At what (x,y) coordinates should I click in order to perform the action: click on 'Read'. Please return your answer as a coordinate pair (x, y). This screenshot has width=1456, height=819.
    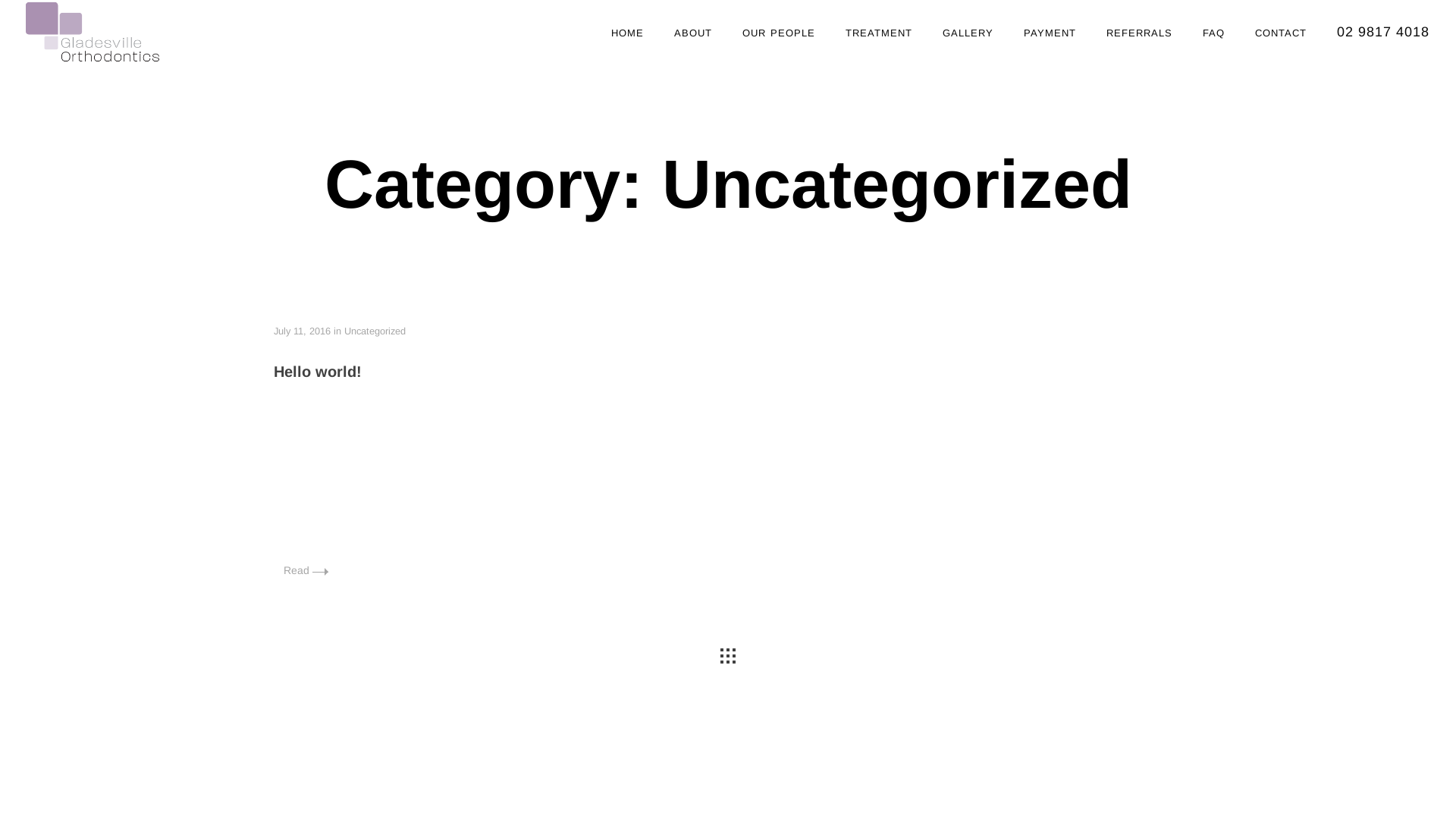
    Looking at the image, I should click on (305, 570).